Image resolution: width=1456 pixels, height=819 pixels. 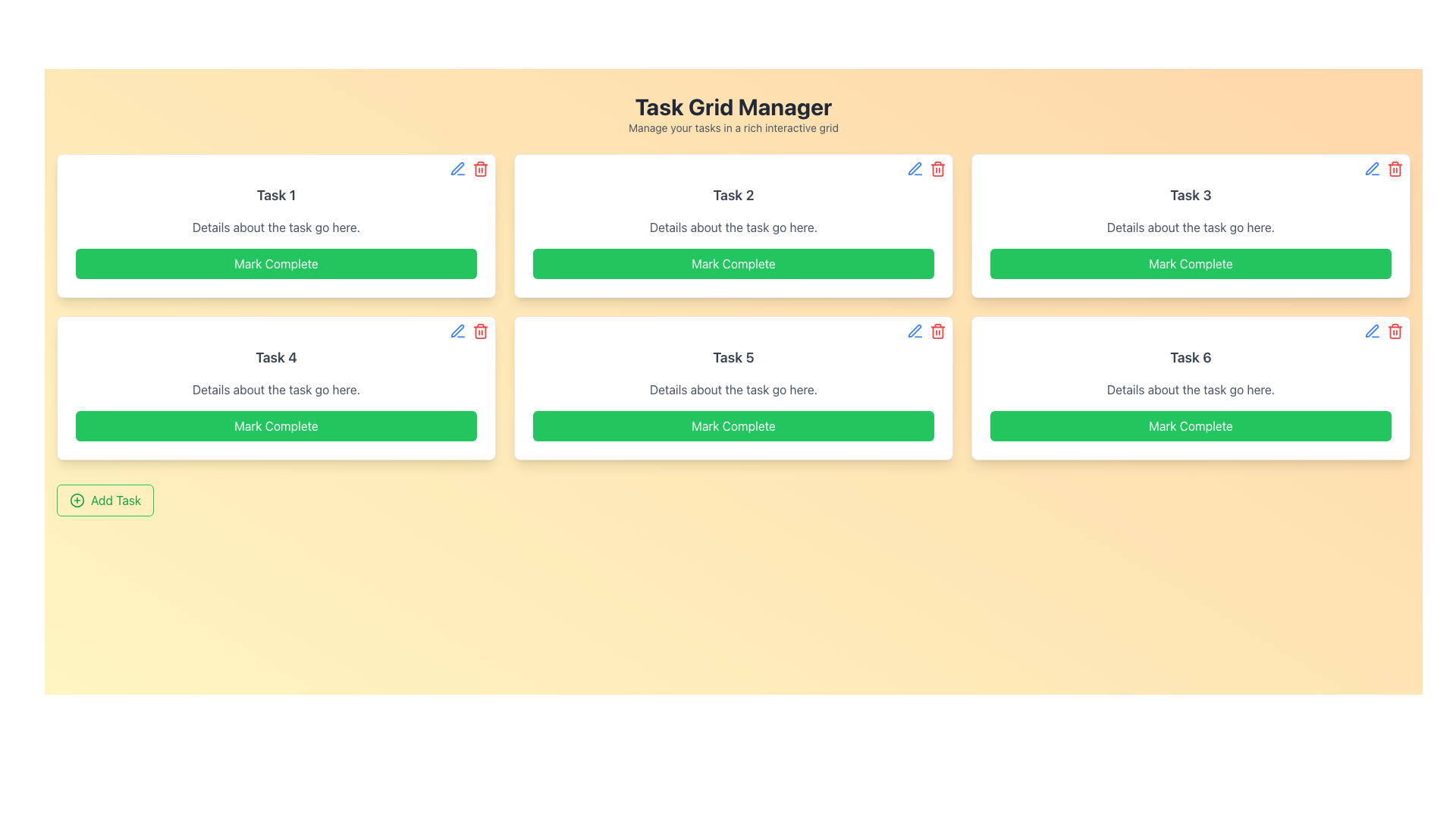 I want to click on the main title text label at the top-center of the interface, which indicates the application's purpose, so click(x=733, y=106).